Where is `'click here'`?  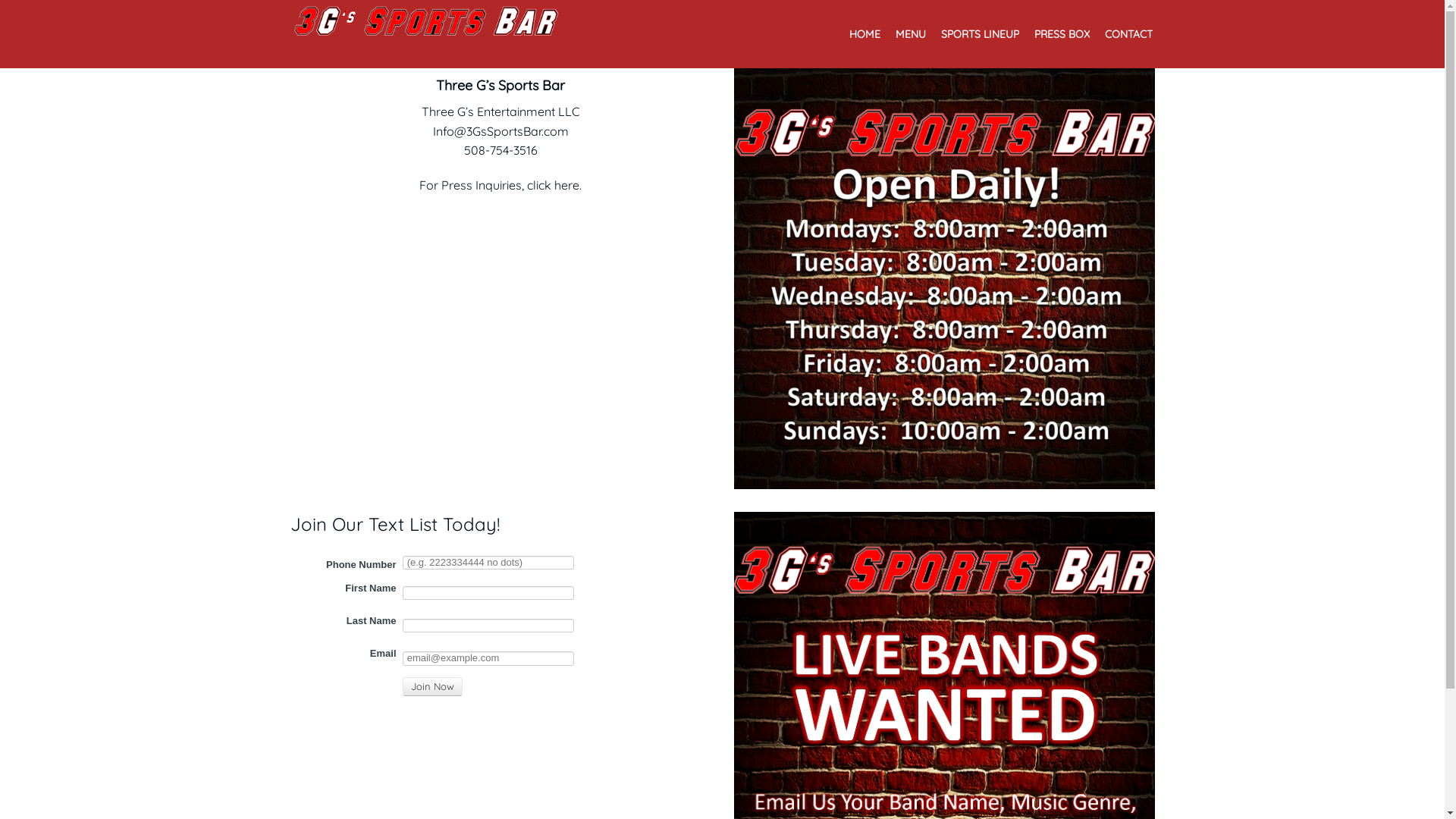 'click here' is located at coordinates (552, 184).